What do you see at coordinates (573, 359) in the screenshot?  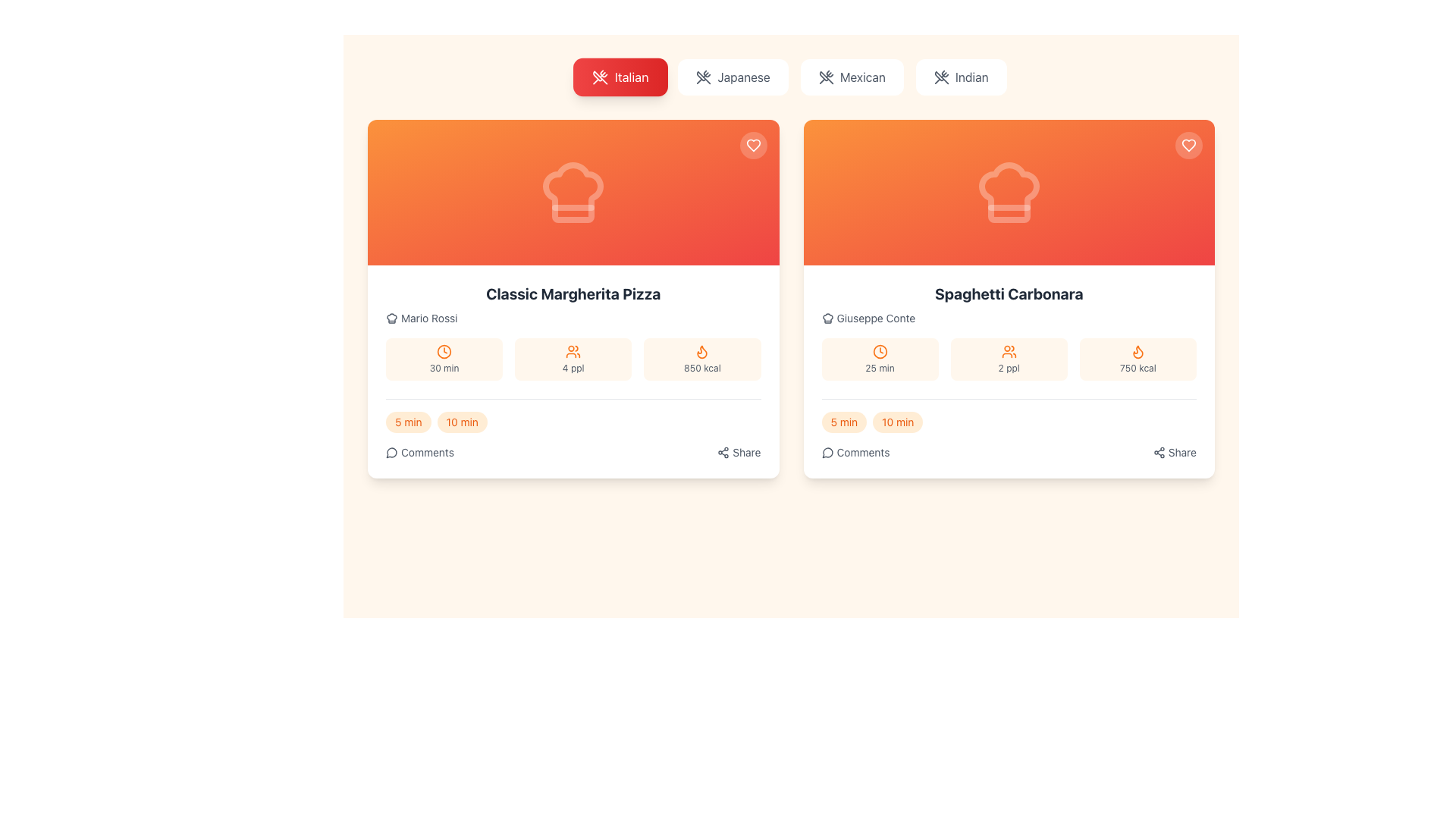 I see `the static informational badge indicating that the recipe serves 4 people, located beneath the title 'Classic Margherita Pizza'` at bounding box center [573, 359].